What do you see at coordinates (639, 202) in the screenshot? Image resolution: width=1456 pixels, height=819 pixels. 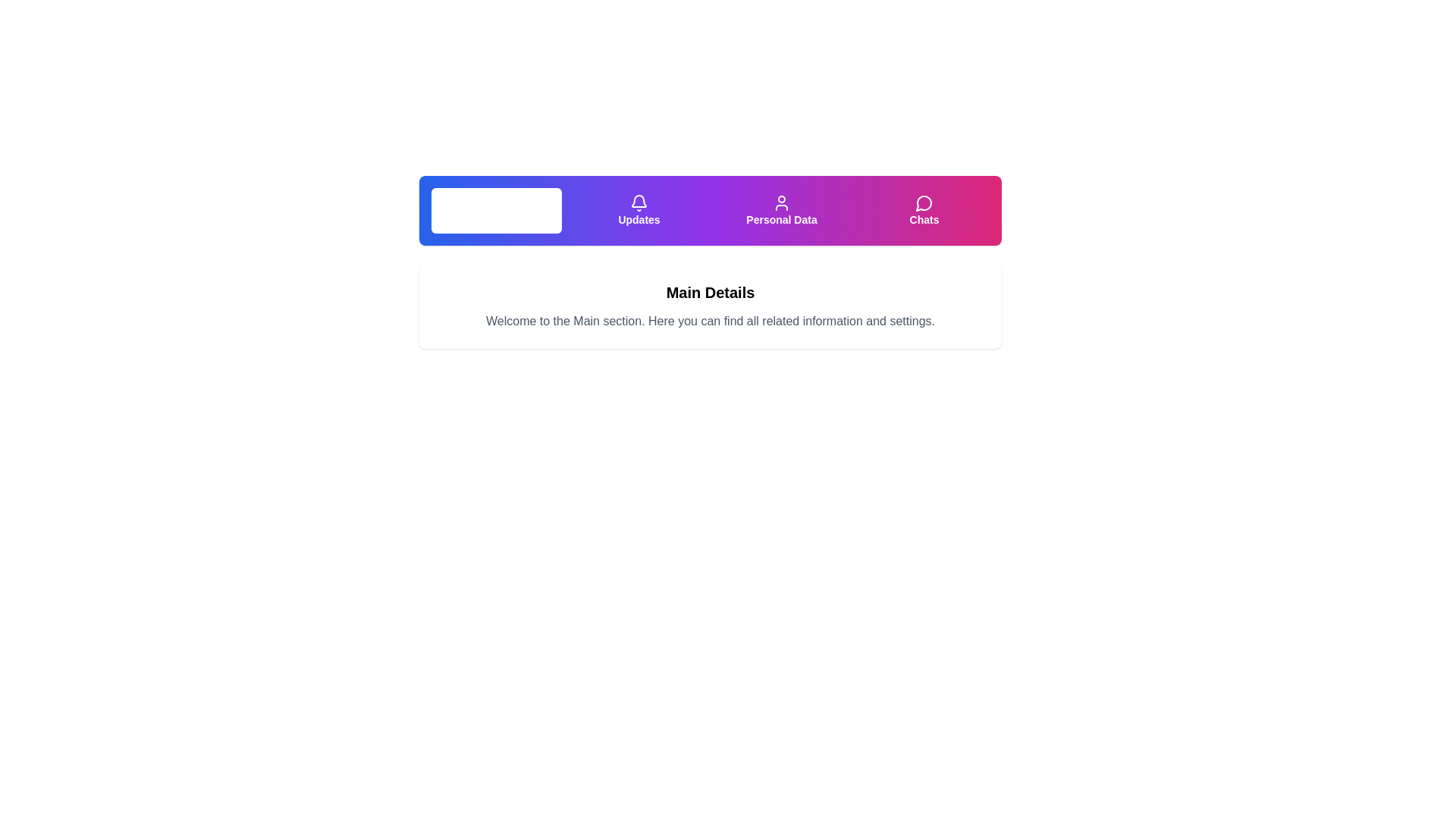 I see `the button containing the bell icon, which is styled with a line-drawn design and is located in the Updates section of the navigation bar` at bounding box center [639, 202].